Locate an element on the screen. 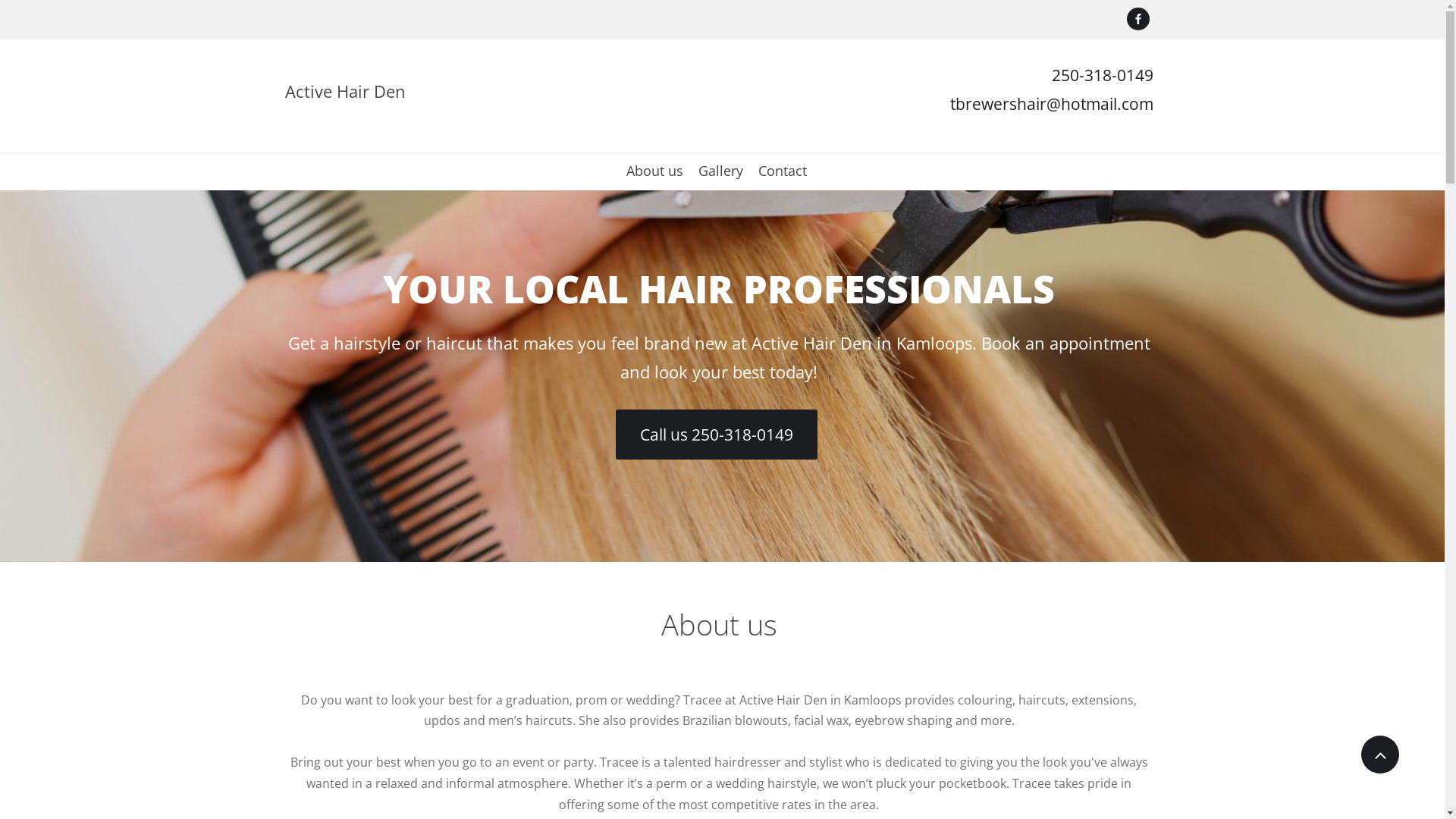 Image resolution: width=1456 pixels, height=819 pixels. 'tbrewershair@hotmail.com' is located at coordinates (1050, 103).